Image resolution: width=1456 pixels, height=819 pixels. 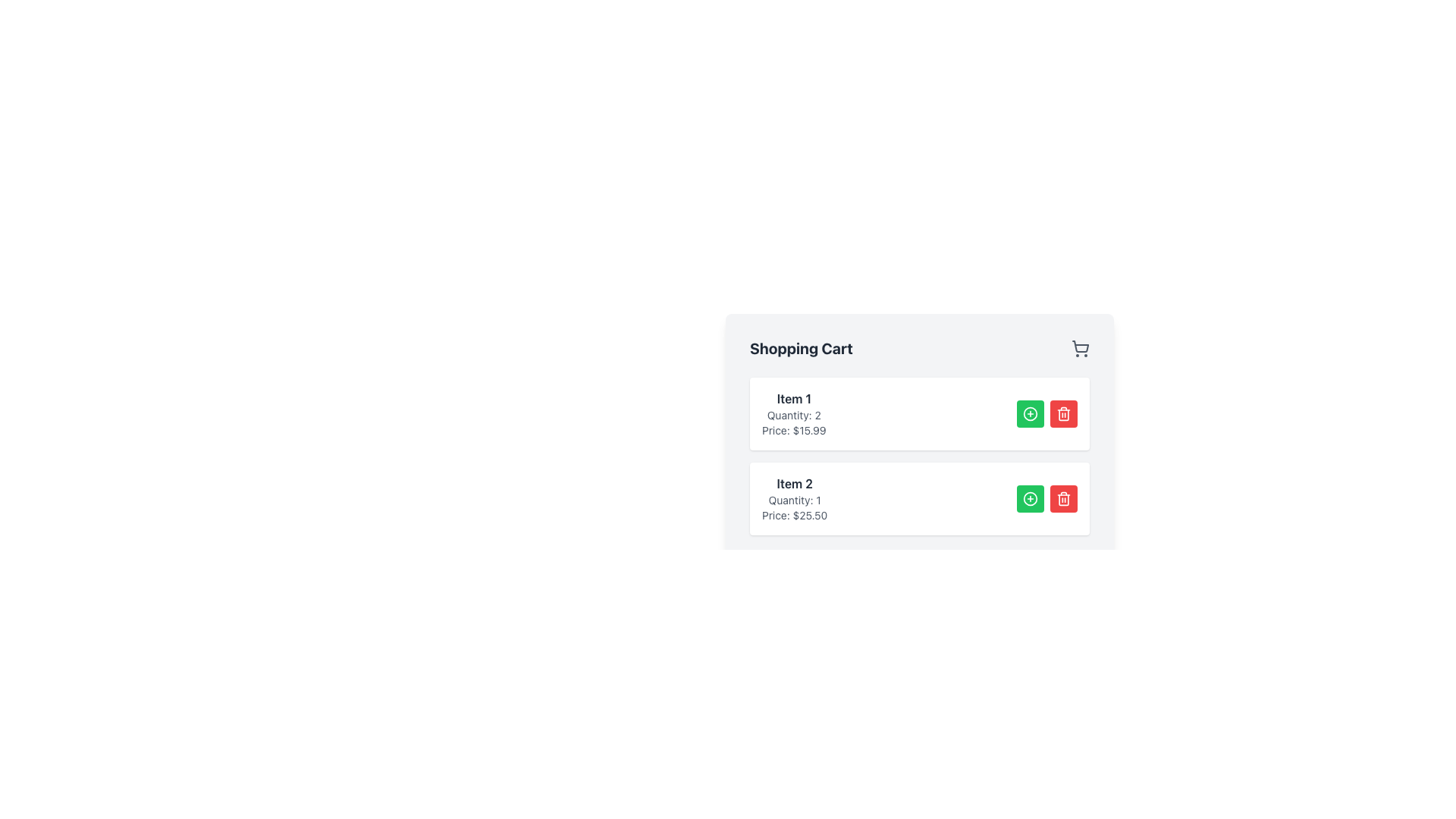 What do you see at coordinates (793, 430) in the screenshot?
I see `the static text labeled 'Price: $15.99' which is positioned below the 'Quantity: 2' text in the shopping cart interface` at bounding box center [793, 430].